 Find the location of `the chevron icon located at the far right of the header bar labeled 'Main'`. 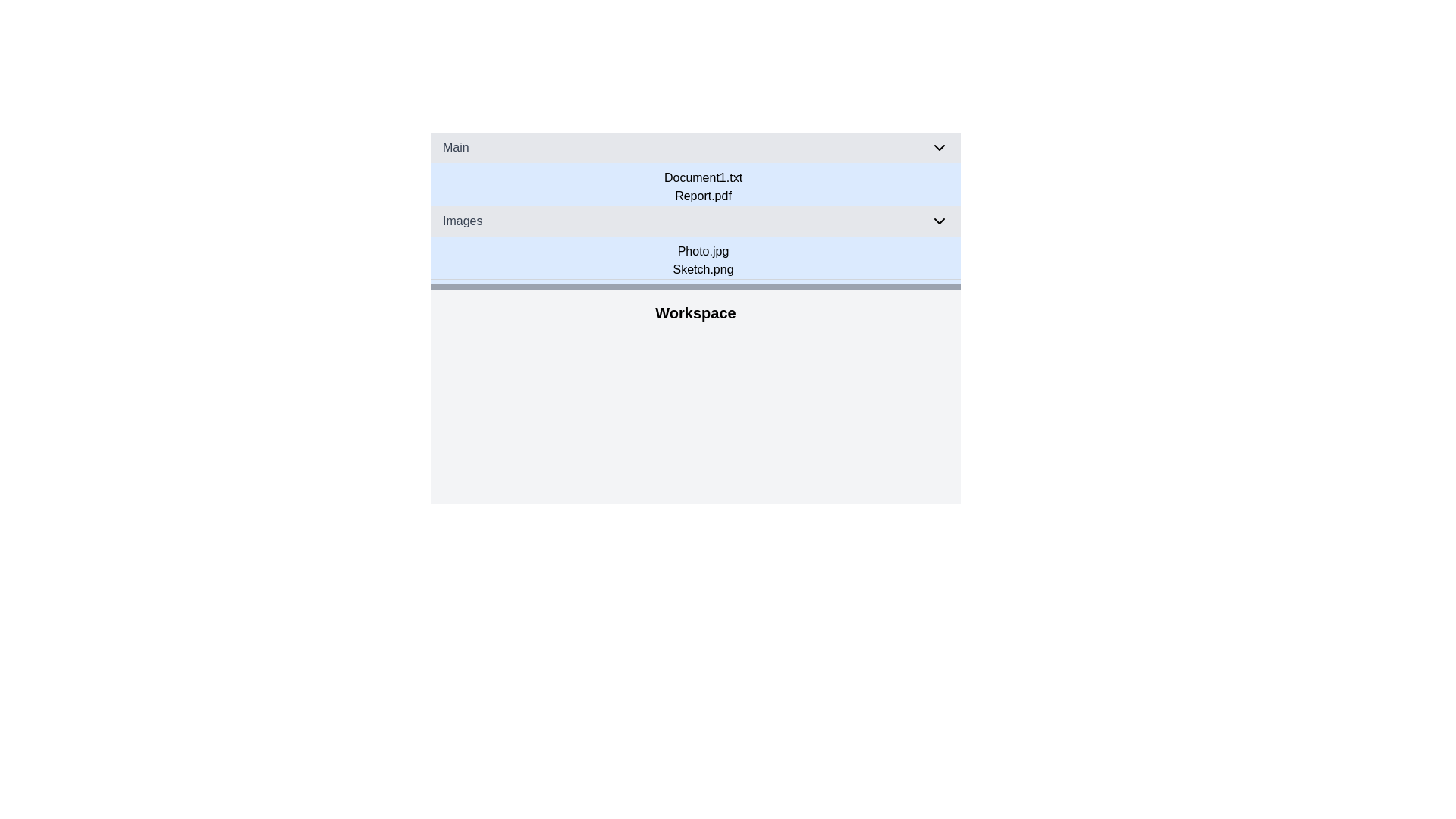

the chevron icon located at the far right of the header bar labeled 'Main' is located at coordinates (938, 148).